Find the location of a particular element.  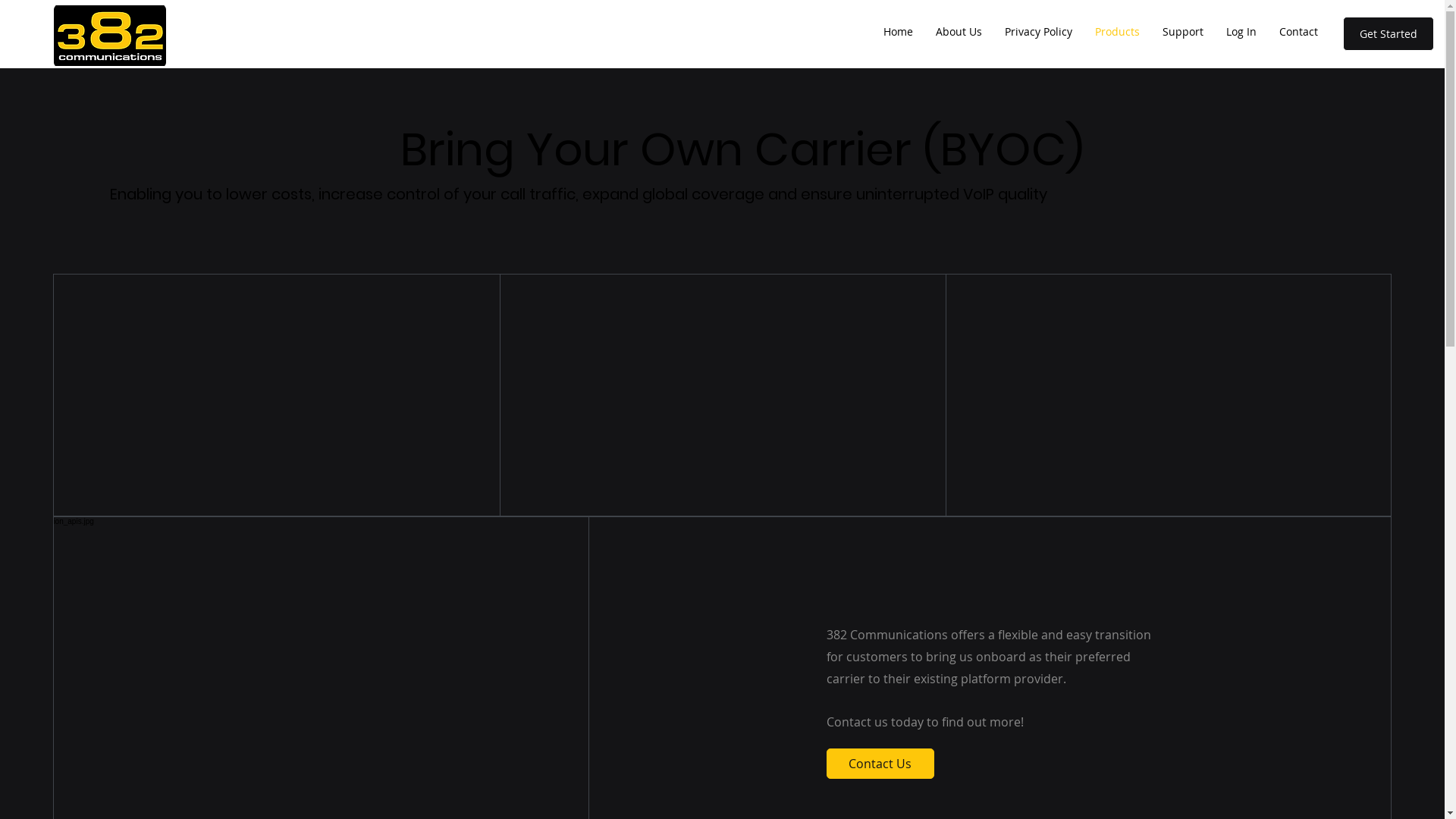

'Log In' is located at coordinates (1241, 32).